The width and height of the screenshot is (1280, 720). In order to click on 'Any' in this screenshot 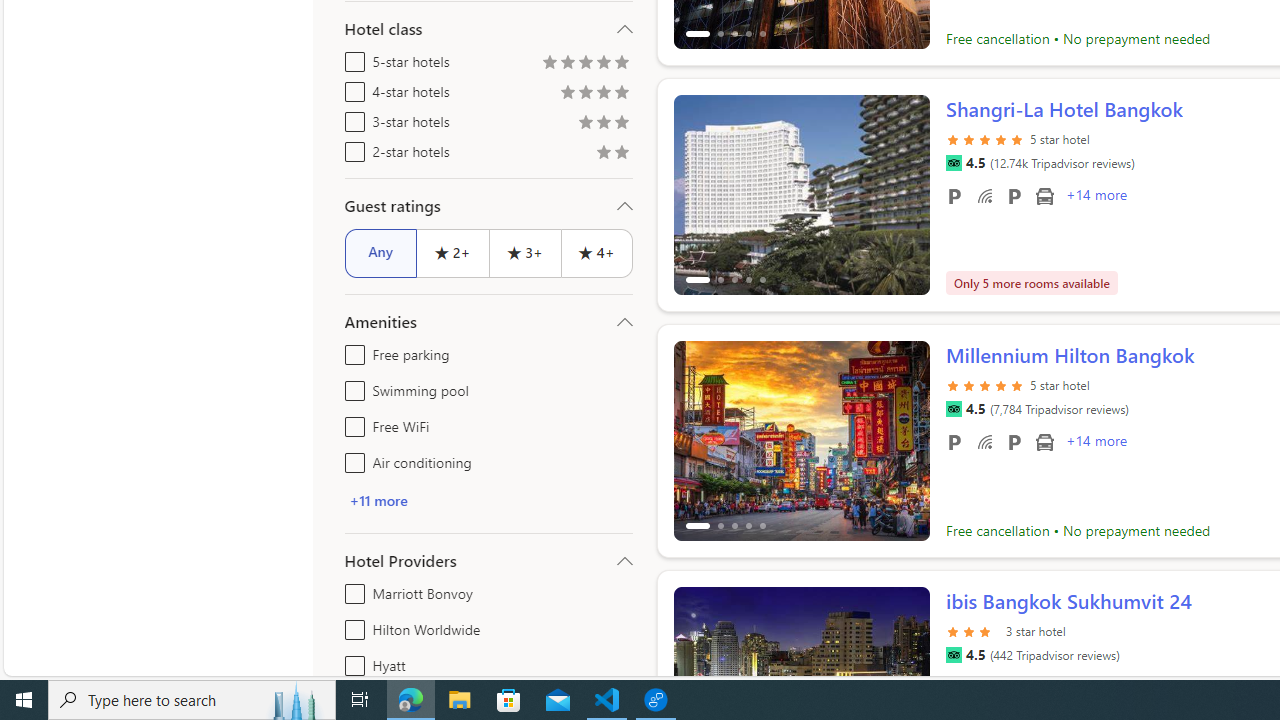, I will do `click(380, 252)`.